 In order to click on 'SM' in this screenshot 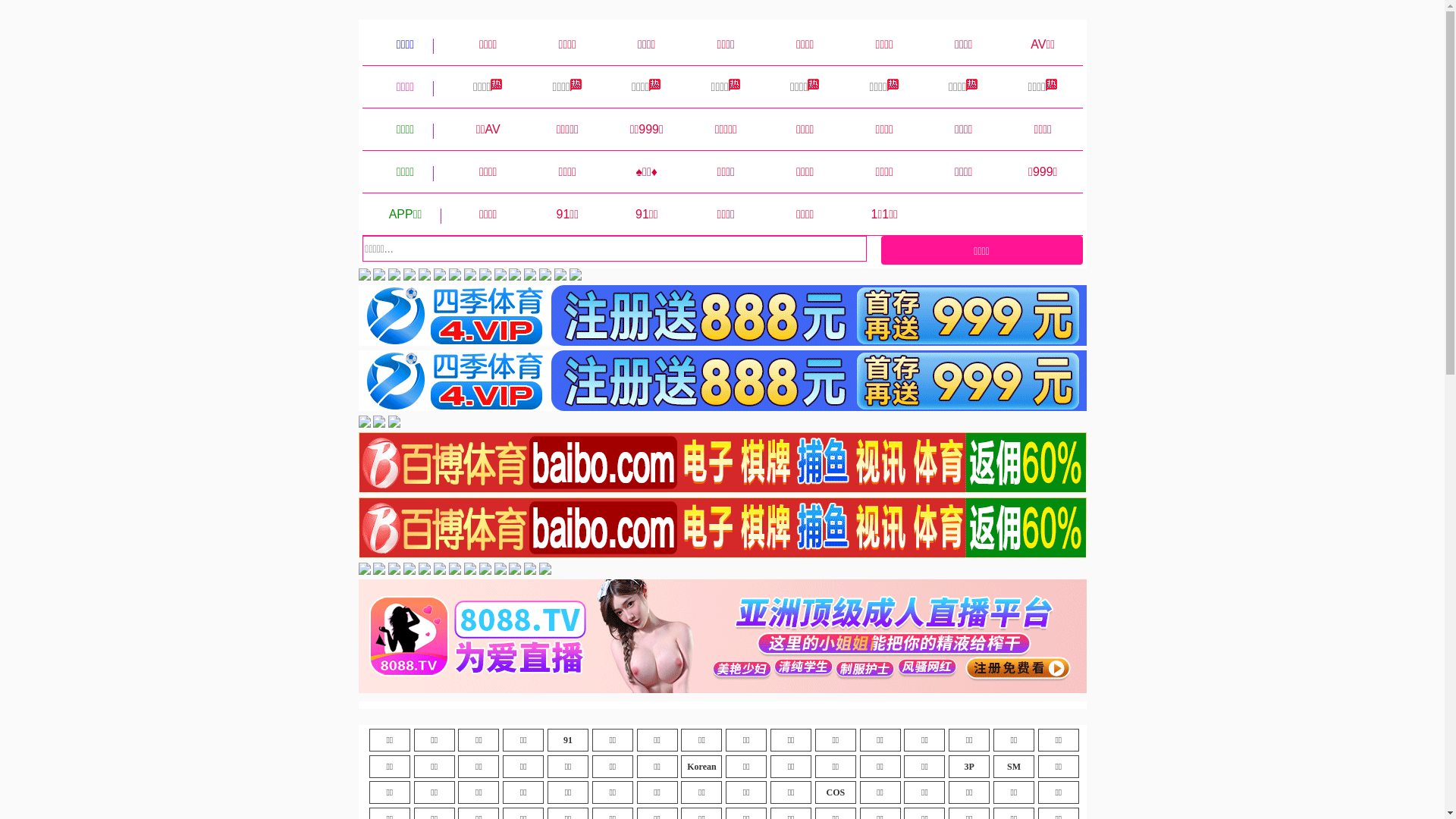, I will do `click(1014, 766)`.